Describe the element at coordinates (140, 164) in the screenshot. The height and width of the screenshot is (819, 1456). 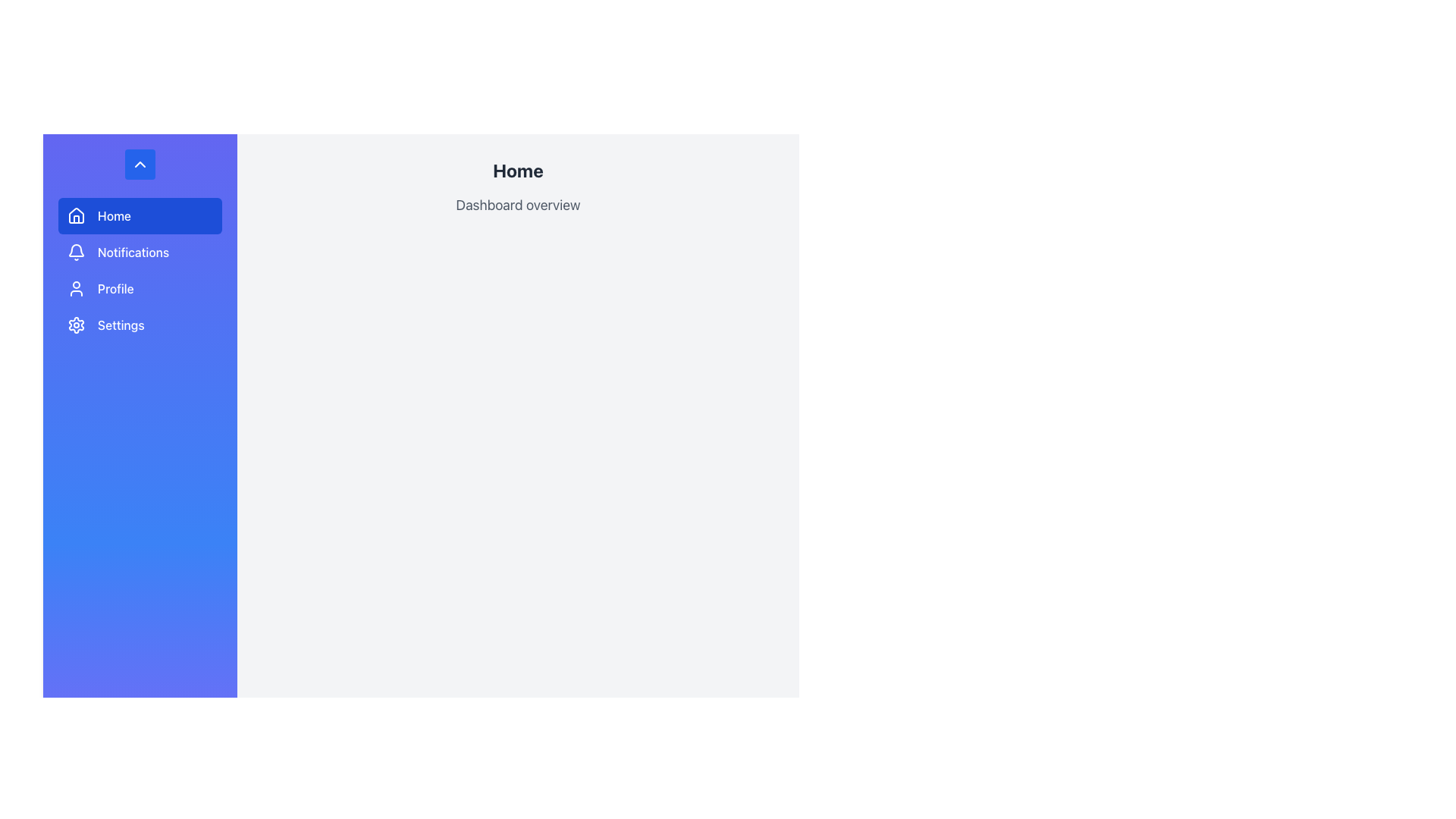
I see `the upward-pointing chevron icon located inside a rounded rectangular button with a blue background at the top of the vertical sidebar on the left of the application interface` at that location.